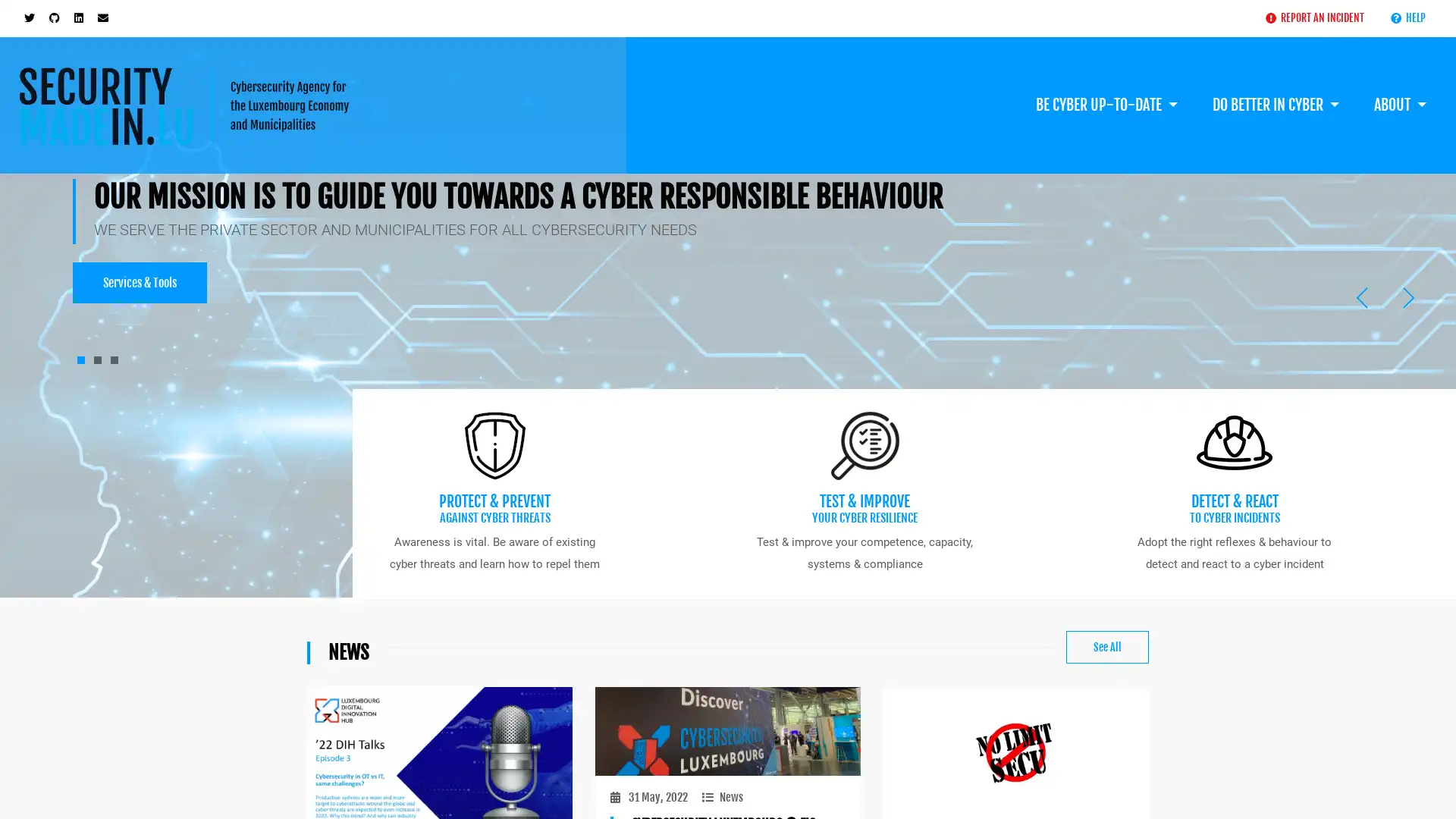 The image size is (1456, 819). Describe the element at coordinates (1274, 82) in the screenshot. I see `DO BETTER IN CYBER` at that location.